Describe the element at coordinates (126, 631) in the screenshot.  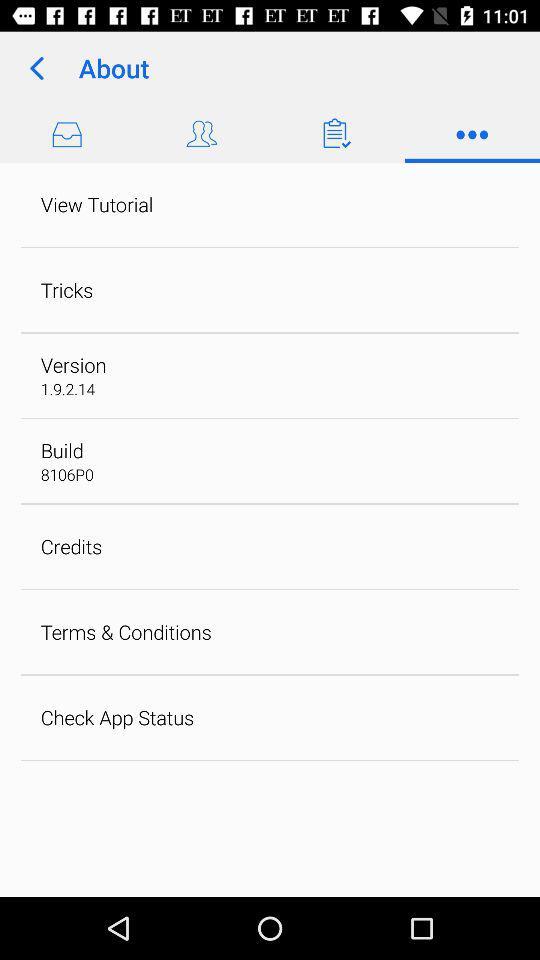
I see `the item above the check app status icon` at that location.